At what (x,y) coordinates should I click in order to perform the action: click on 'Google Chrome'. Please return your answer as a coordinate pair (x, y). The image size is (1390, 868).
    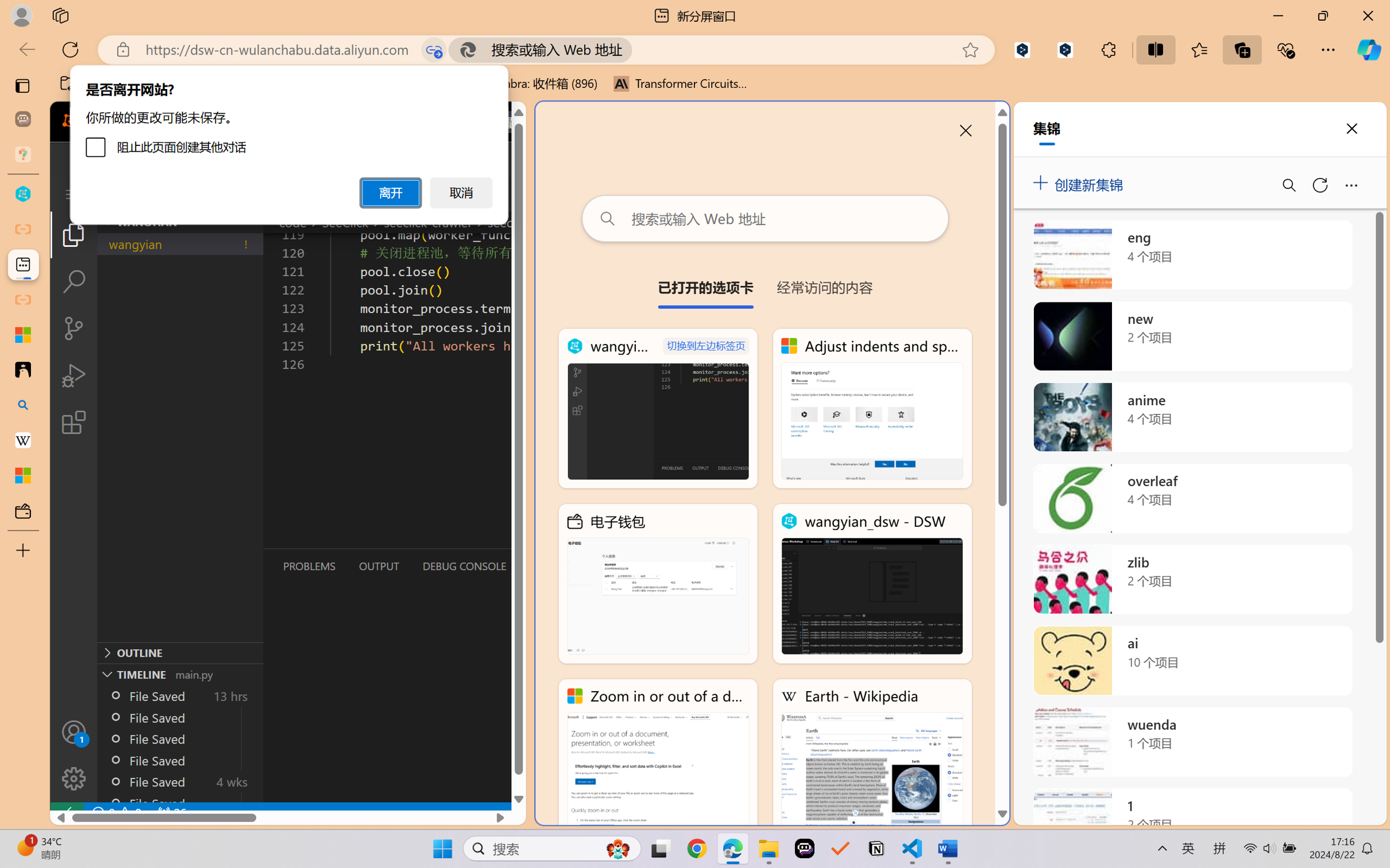
    Looking at the image, I should click on (697, 848).